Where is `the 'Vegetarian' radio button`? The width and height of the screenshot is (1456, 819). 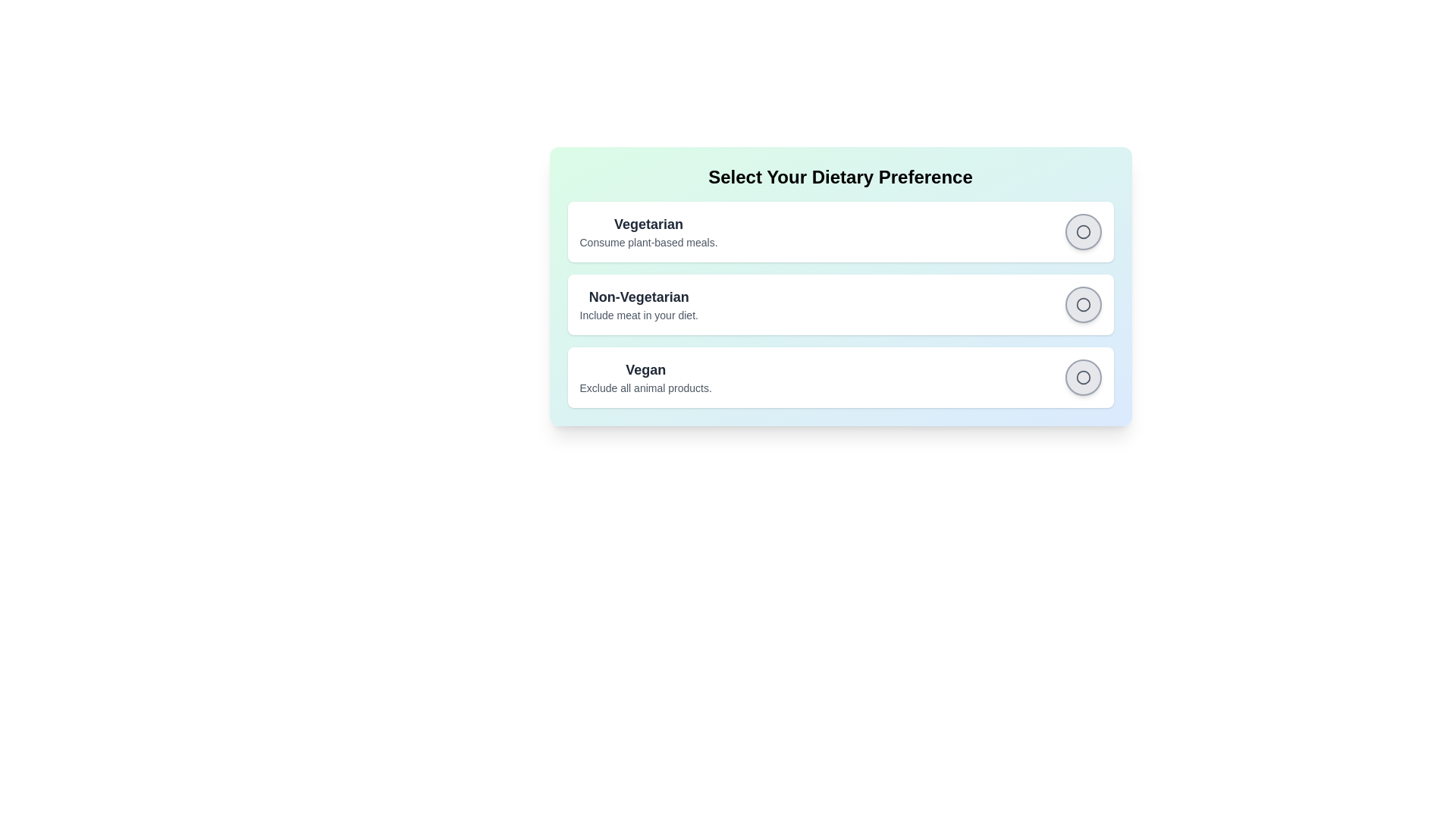 the 'Vegetarian' radio button is located at coordinates (1082, 231).